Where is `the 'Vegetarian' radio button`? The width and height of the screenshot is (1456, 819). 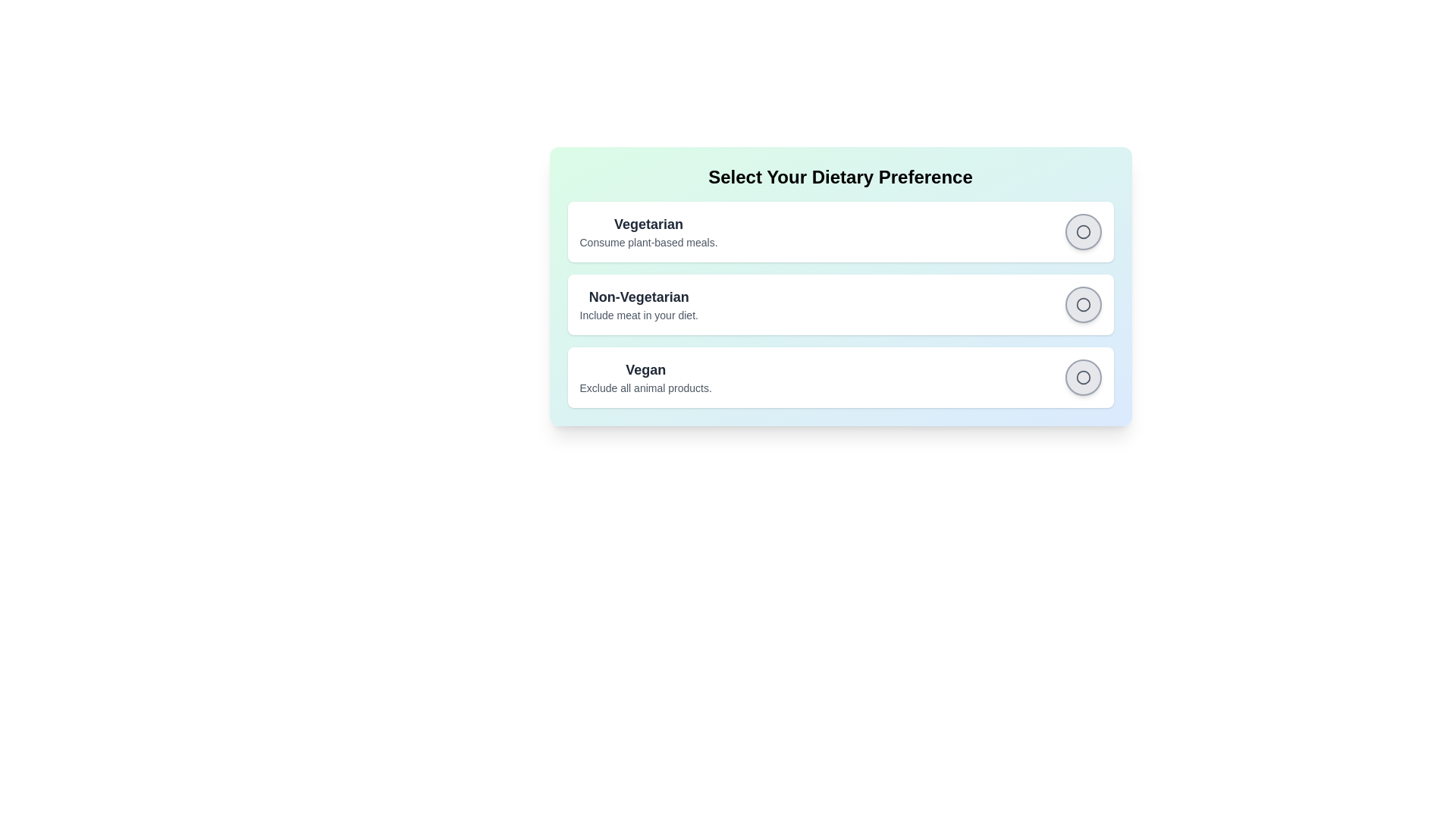 the 'Vegetarian' radio button is located at coordinates (1082, 231).